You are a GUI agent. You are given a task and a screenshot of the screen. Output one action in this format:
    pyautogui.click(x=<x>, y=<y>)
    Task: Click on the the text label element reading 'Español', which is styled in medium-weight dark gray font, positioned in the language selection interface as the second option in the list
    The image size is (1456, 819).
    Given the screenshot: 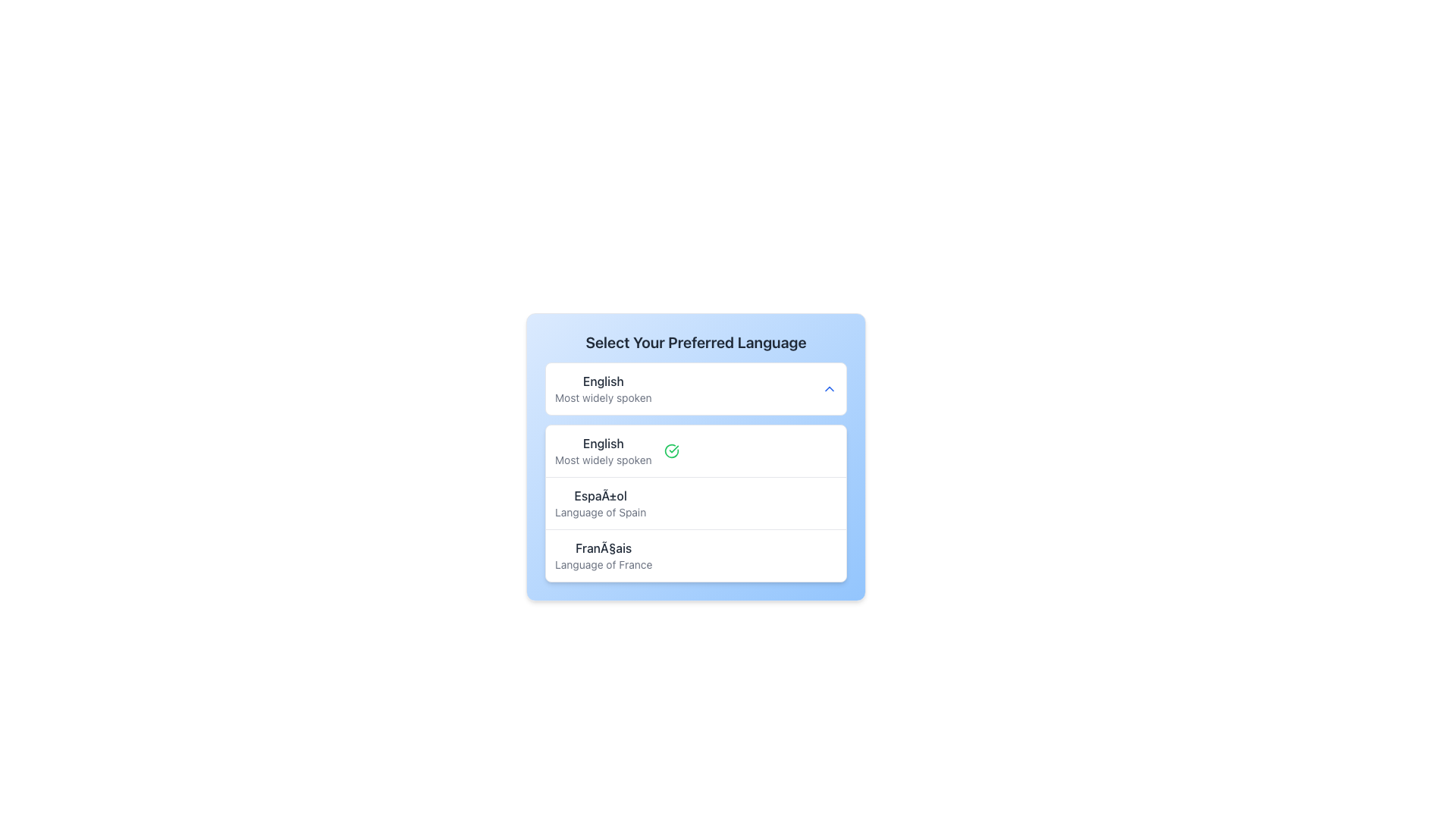 What is the action you would take?
    pyautogui.click(x=600, y=496)
    